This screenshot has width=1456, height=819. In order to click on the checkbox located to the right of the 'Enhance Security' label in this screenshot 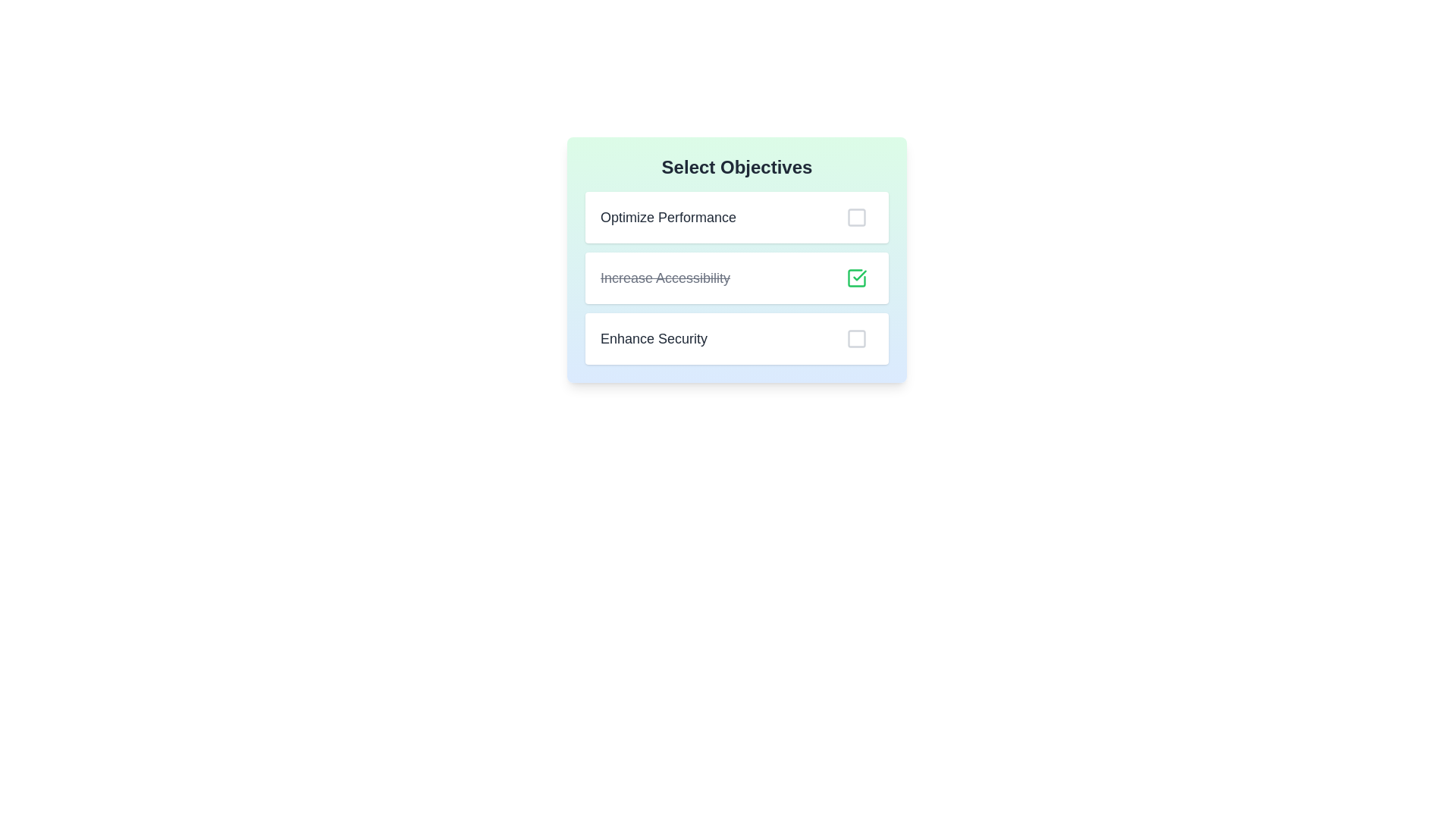, I will do `click(856, 338)`.